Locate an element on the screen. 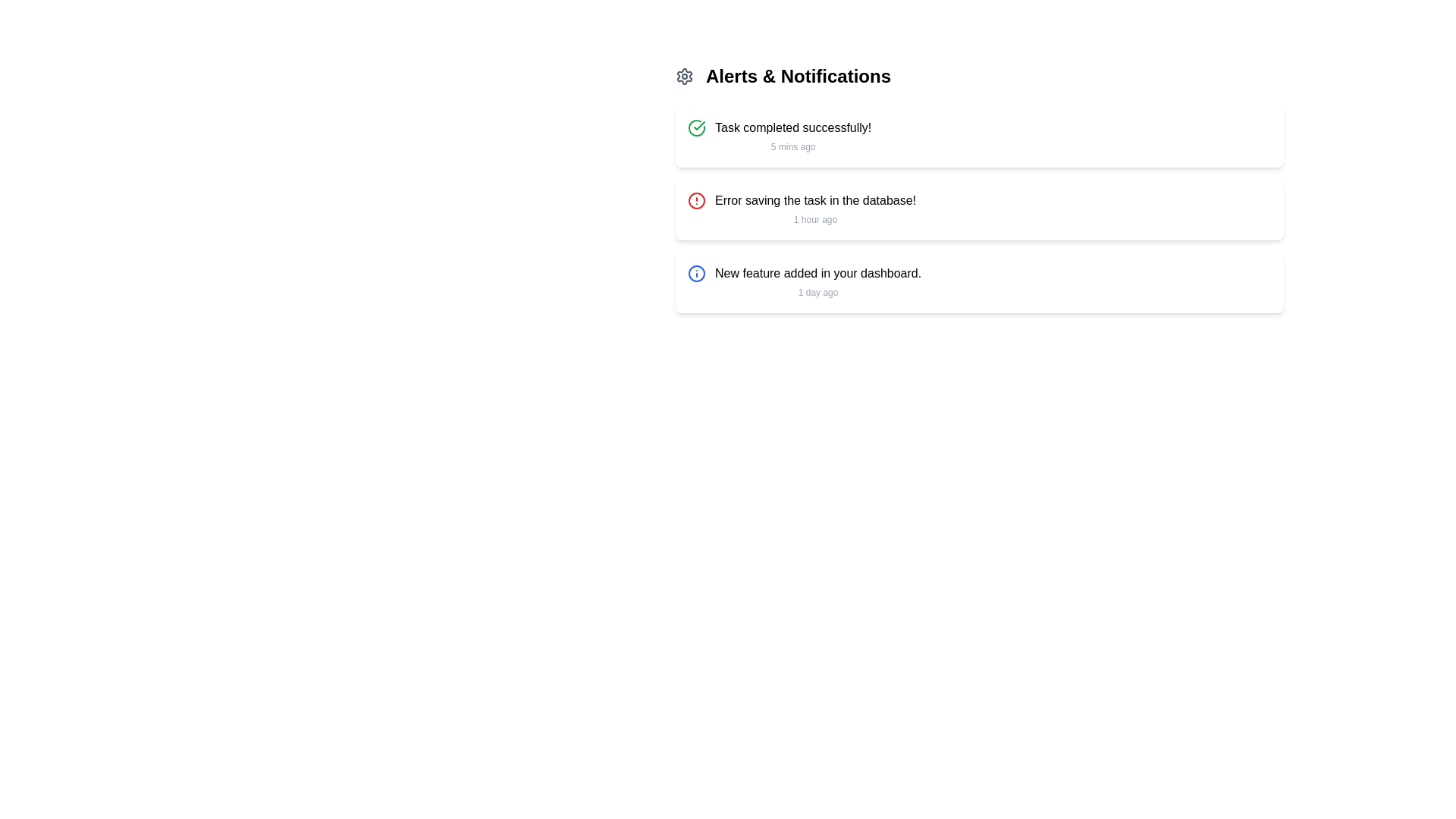 The width and height of the screenshot is (1456, 819). the informational icon styled as a circled 'i' symbol, which is located at the left end of the notification card containing the text 'New feature added in your dashboard. 1 day ago' is located at coordinates (695, 274).